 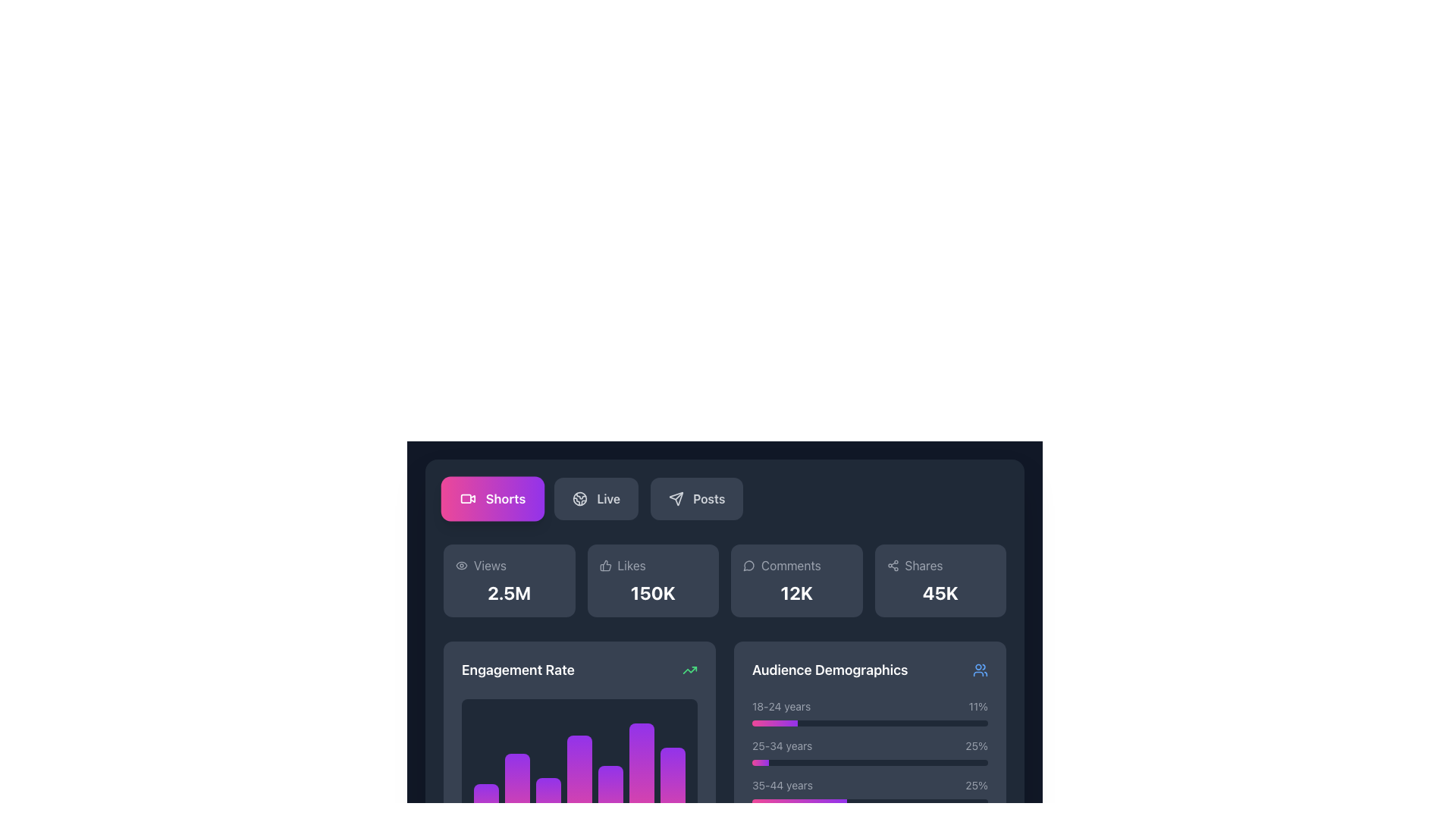 What do you see at coordinates (940, 580) in the screenshot?
I see `the displayed data on the Statistical Display Card that shows the number of shares as '45K', which is the fourth card in a horizontal row of four cards` at bounding box center [940, 580].